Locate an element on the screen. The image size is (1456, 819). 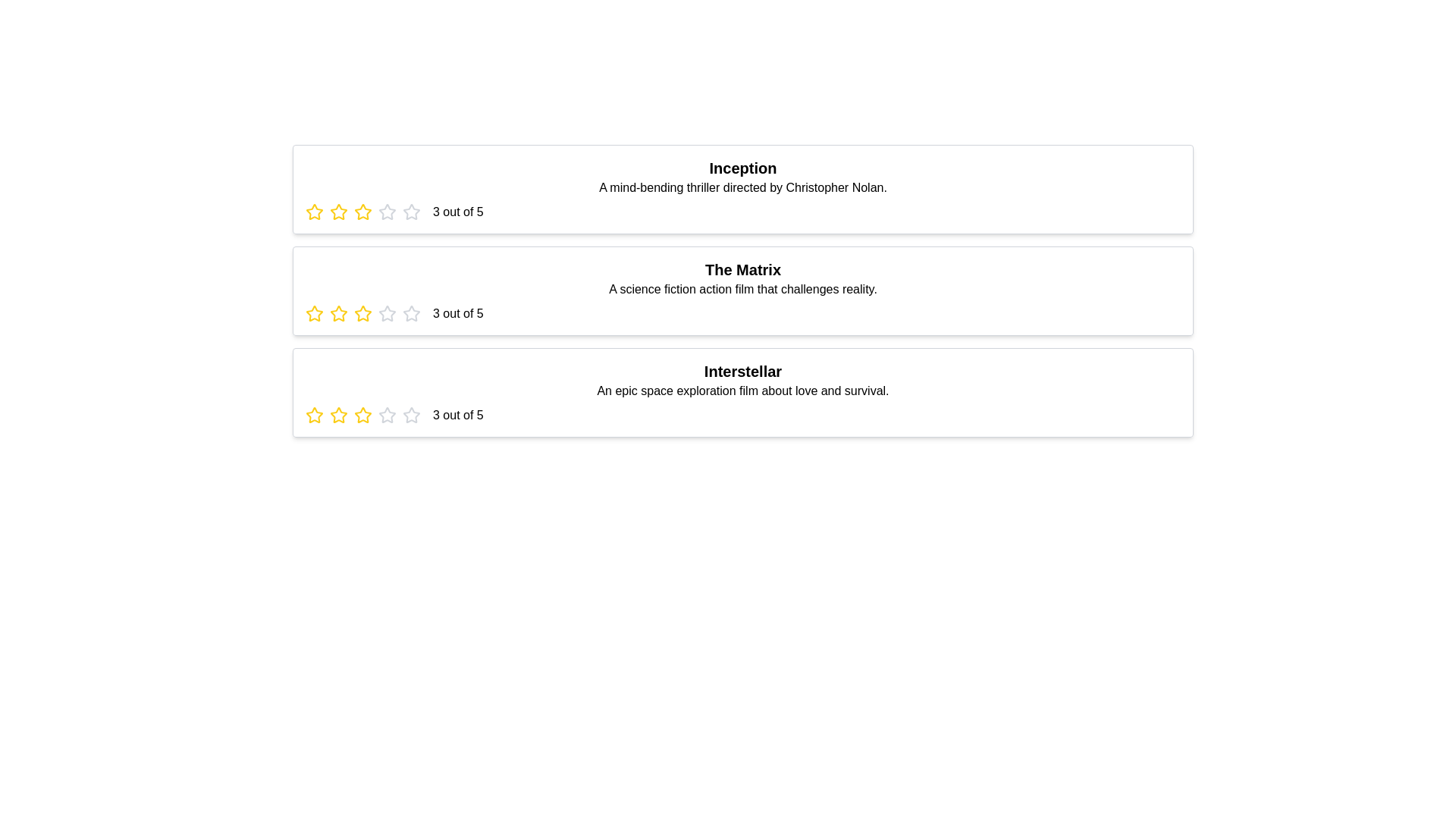
the star corresponding to 3 stars for the movie titled Inception is located at coordinates (362, 212).